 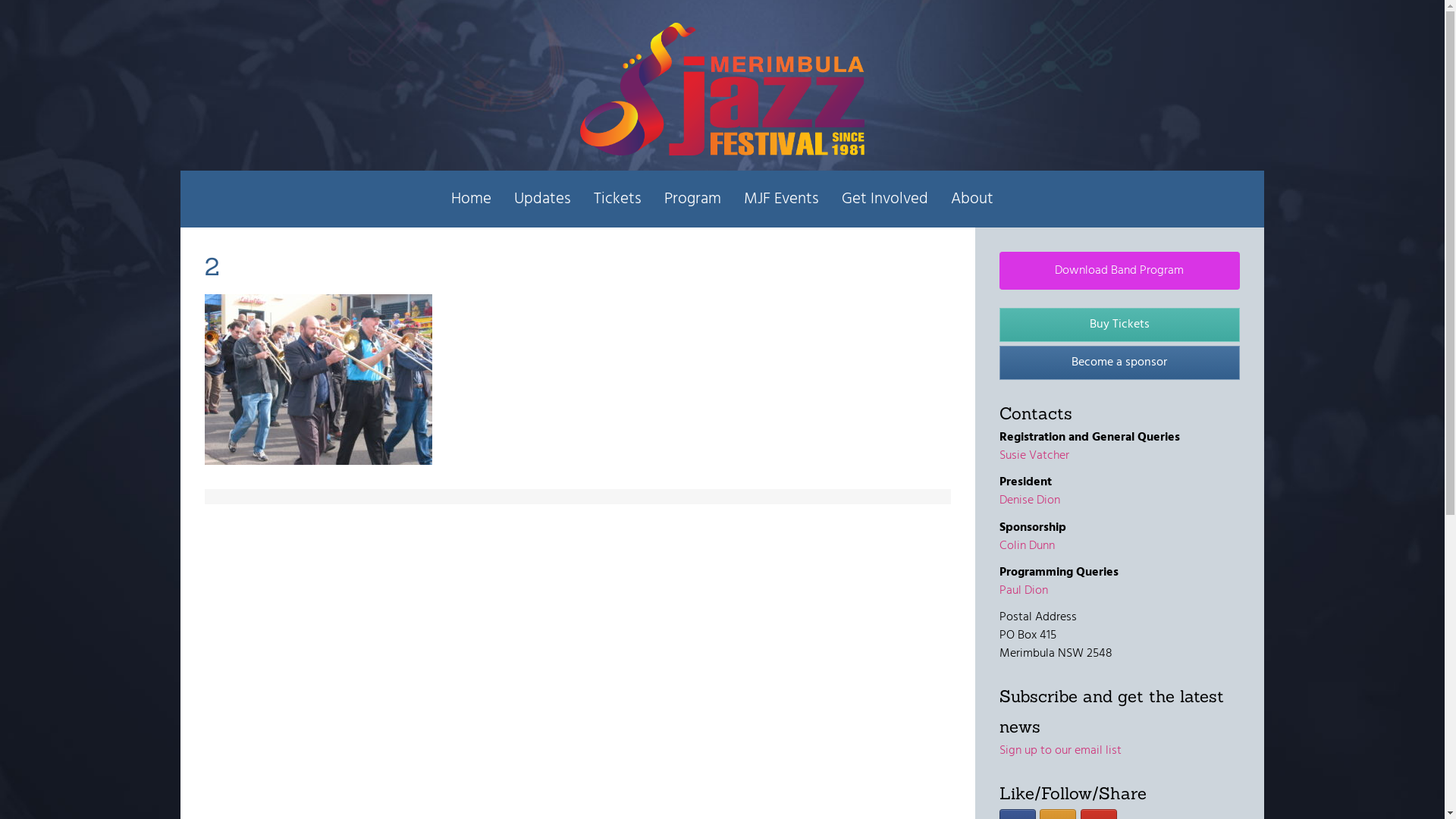 I want to click on 'About', so click(x=938, y=198).